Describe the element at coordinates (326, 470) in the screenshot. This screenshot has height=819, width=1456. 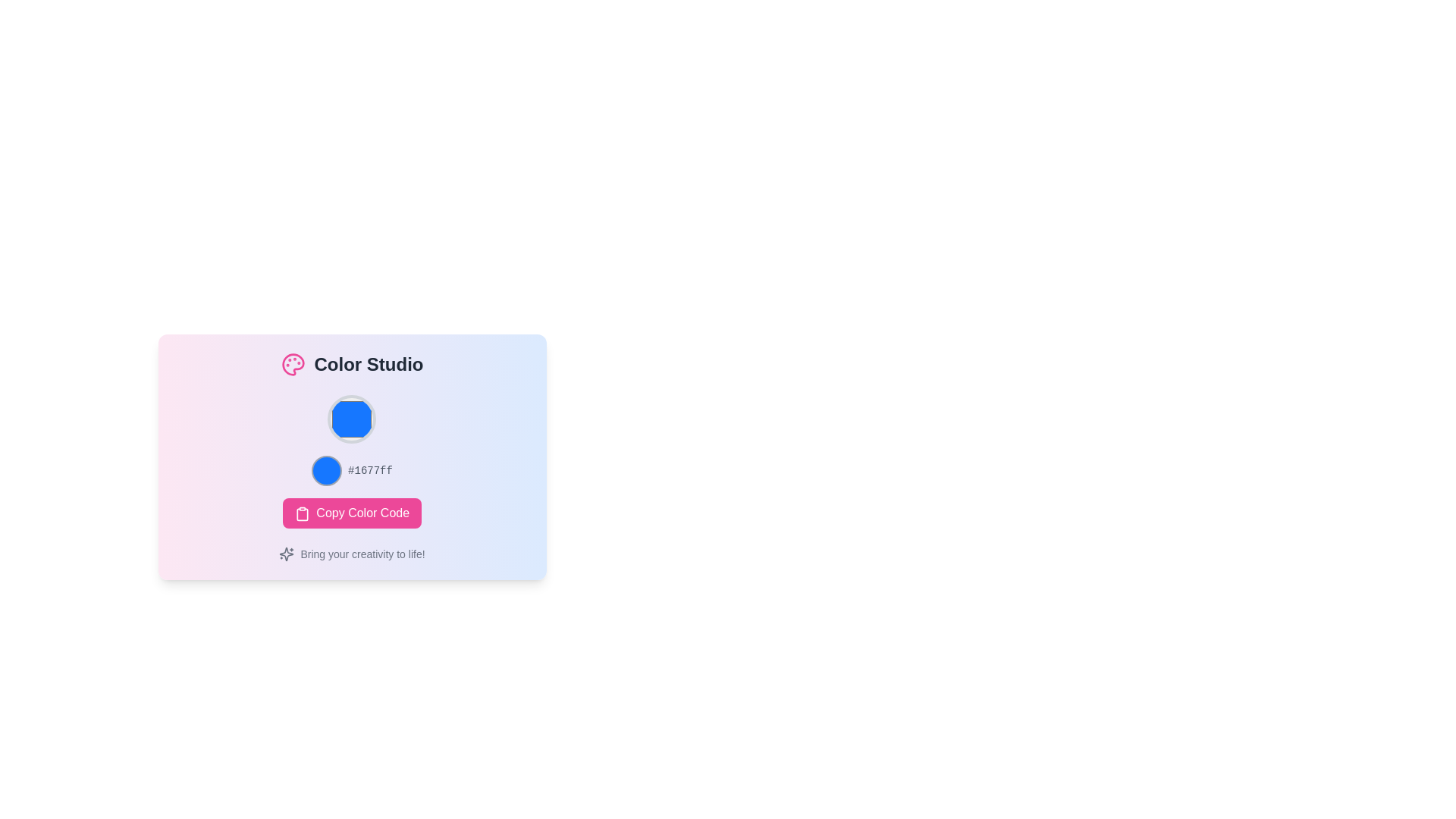
I see `the color represented by the circular visual element located in the lower section of the panel, left of the displayed color code '#1677ff'` at that location.